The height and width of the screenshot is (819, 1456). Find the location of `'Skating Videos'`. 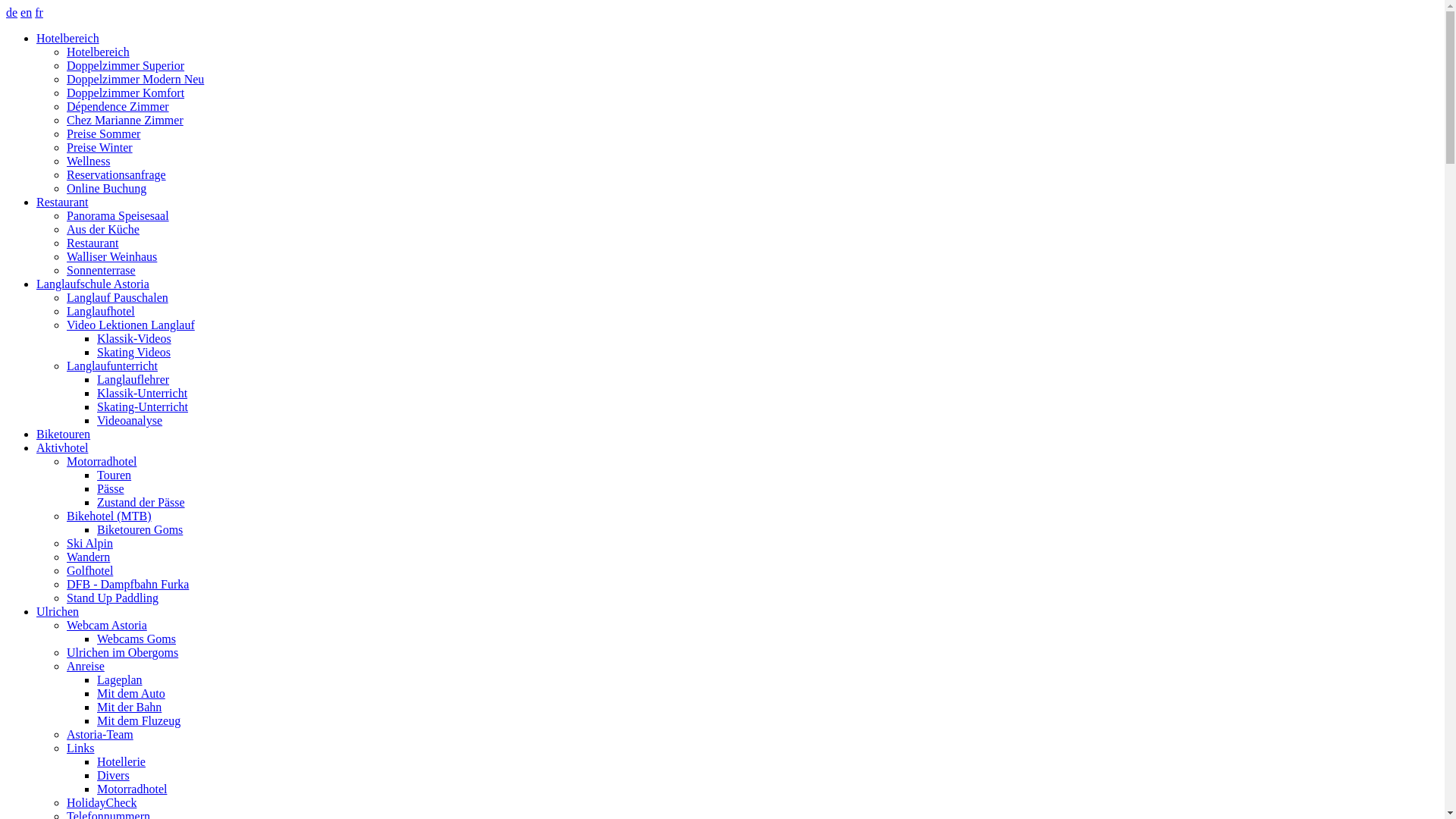

'Skating Videos' is located at coordinates (133, 352).